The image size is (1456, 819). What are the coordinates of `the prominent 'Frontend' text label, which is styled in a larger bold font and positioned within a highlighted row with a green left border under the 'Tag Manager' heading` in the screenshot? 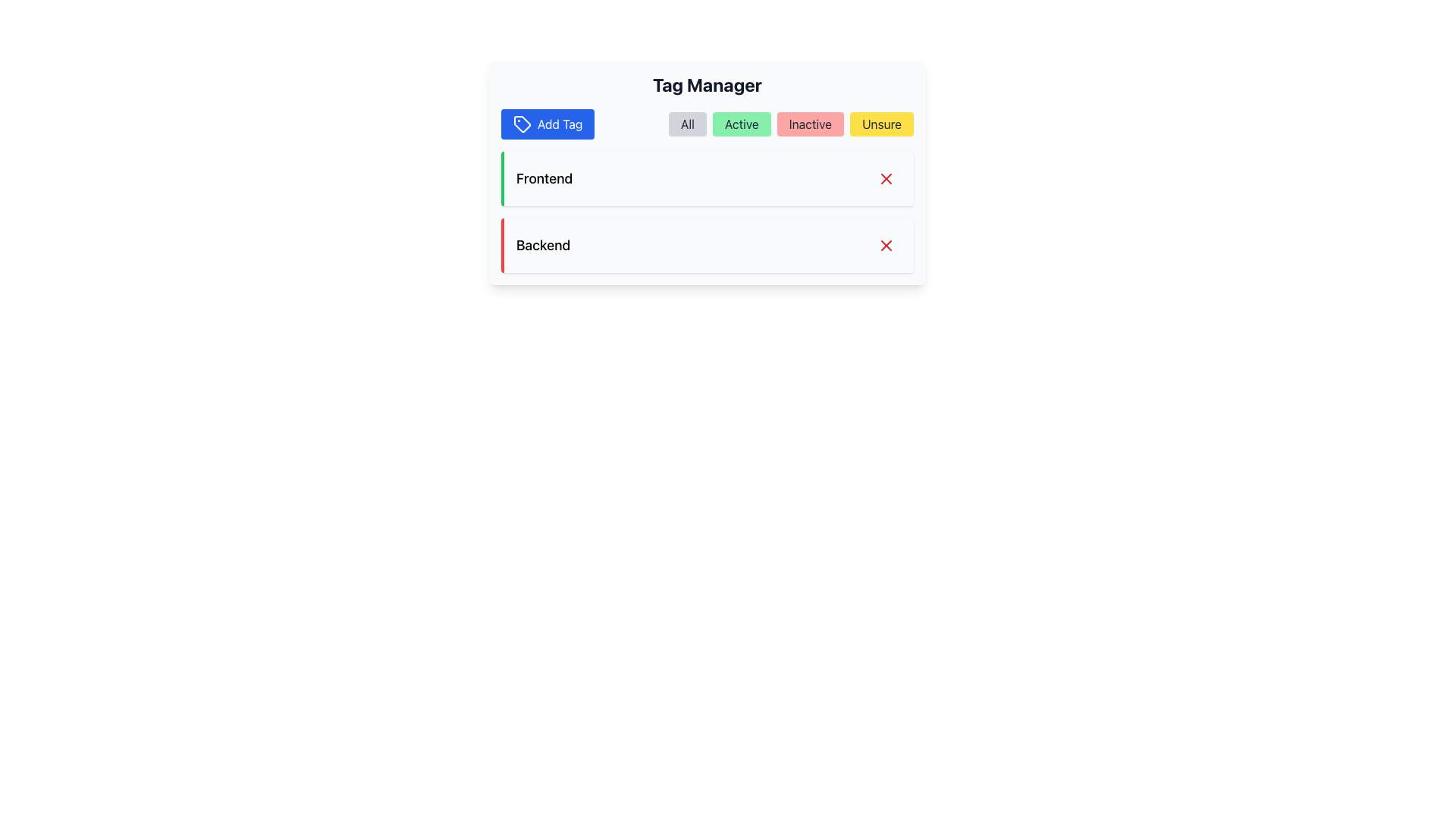 It's located at (544, 177).